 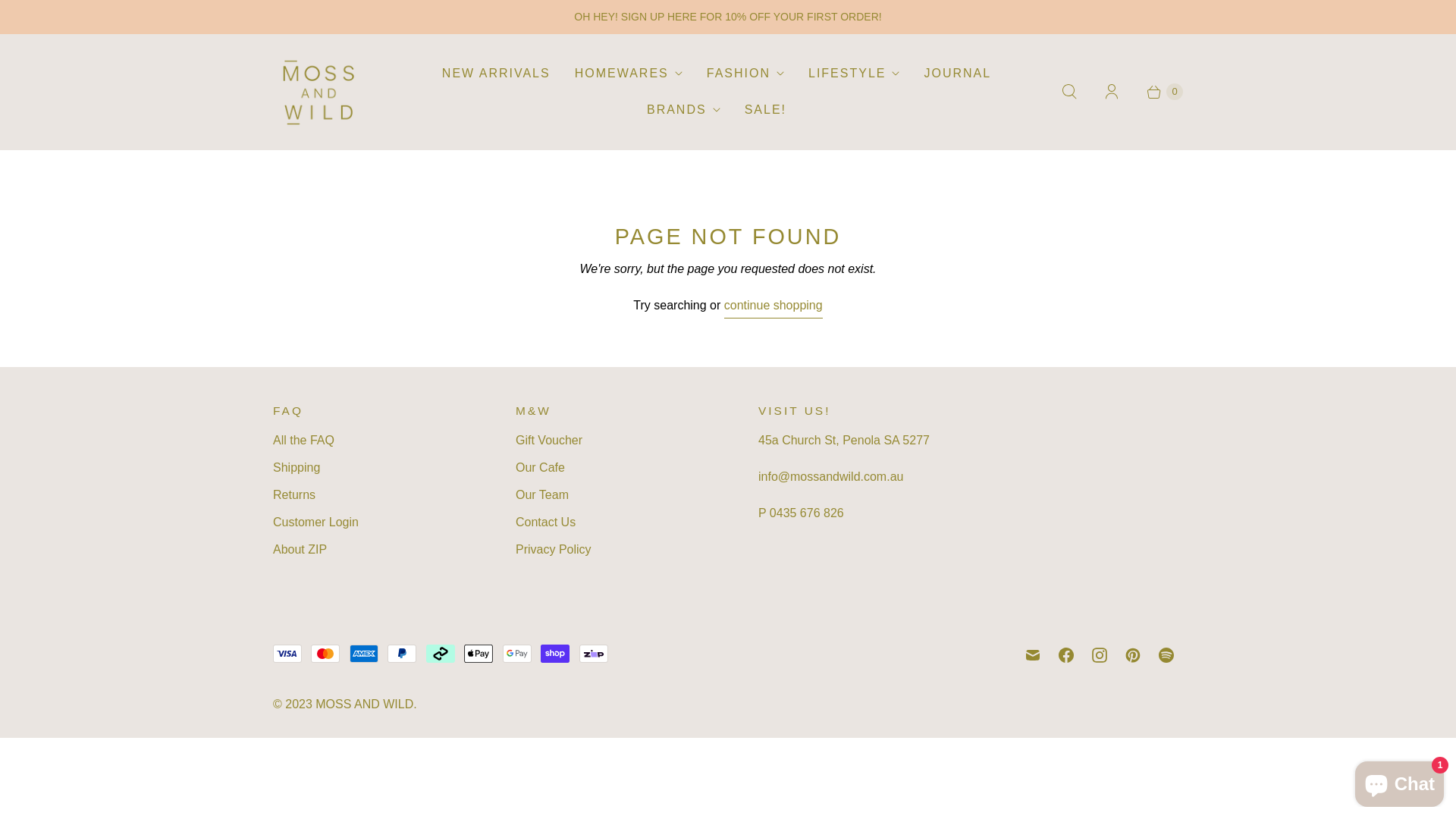 What do you see at coordinates (496, 73) in the screenshot?
I see `'NEW ARRIVALS'` at bounding box center [496, 73].